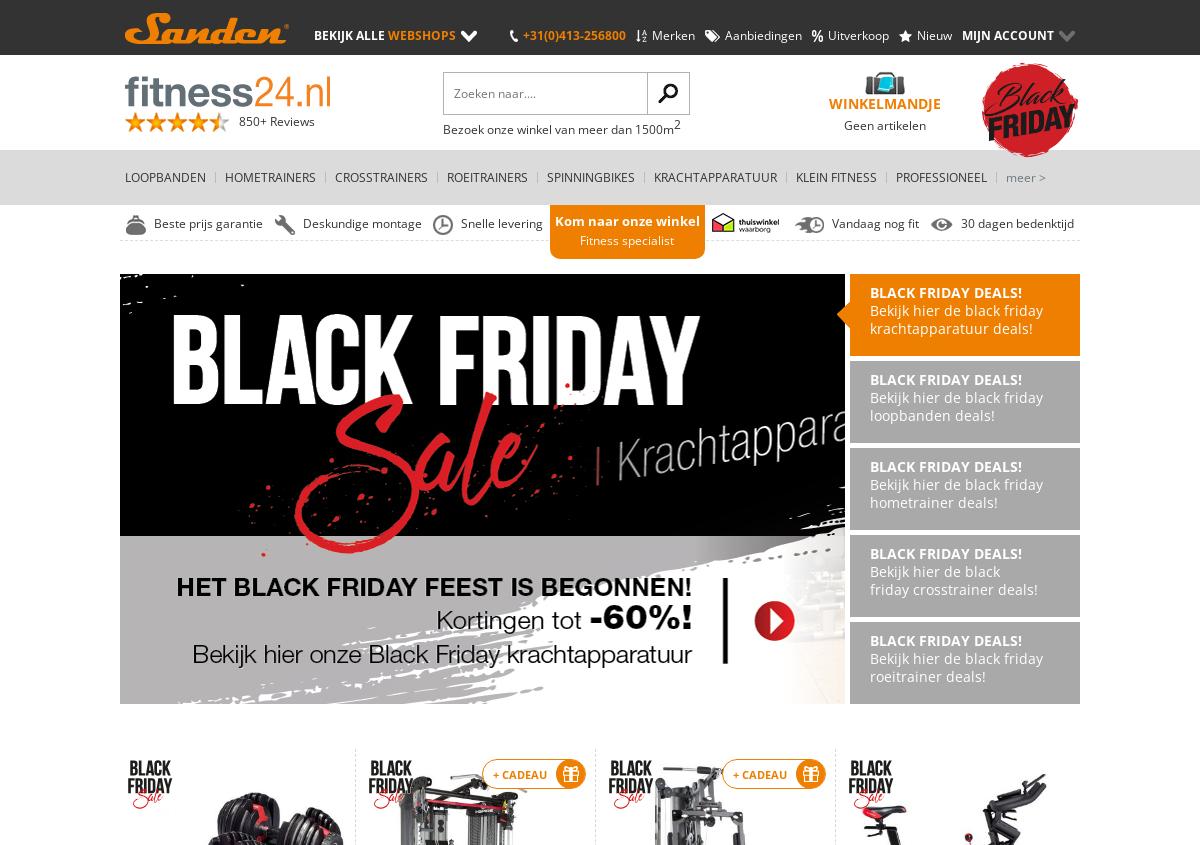 The image size is (1200, 845). I want to click on 'Spinningbikes', so click(590, 176).